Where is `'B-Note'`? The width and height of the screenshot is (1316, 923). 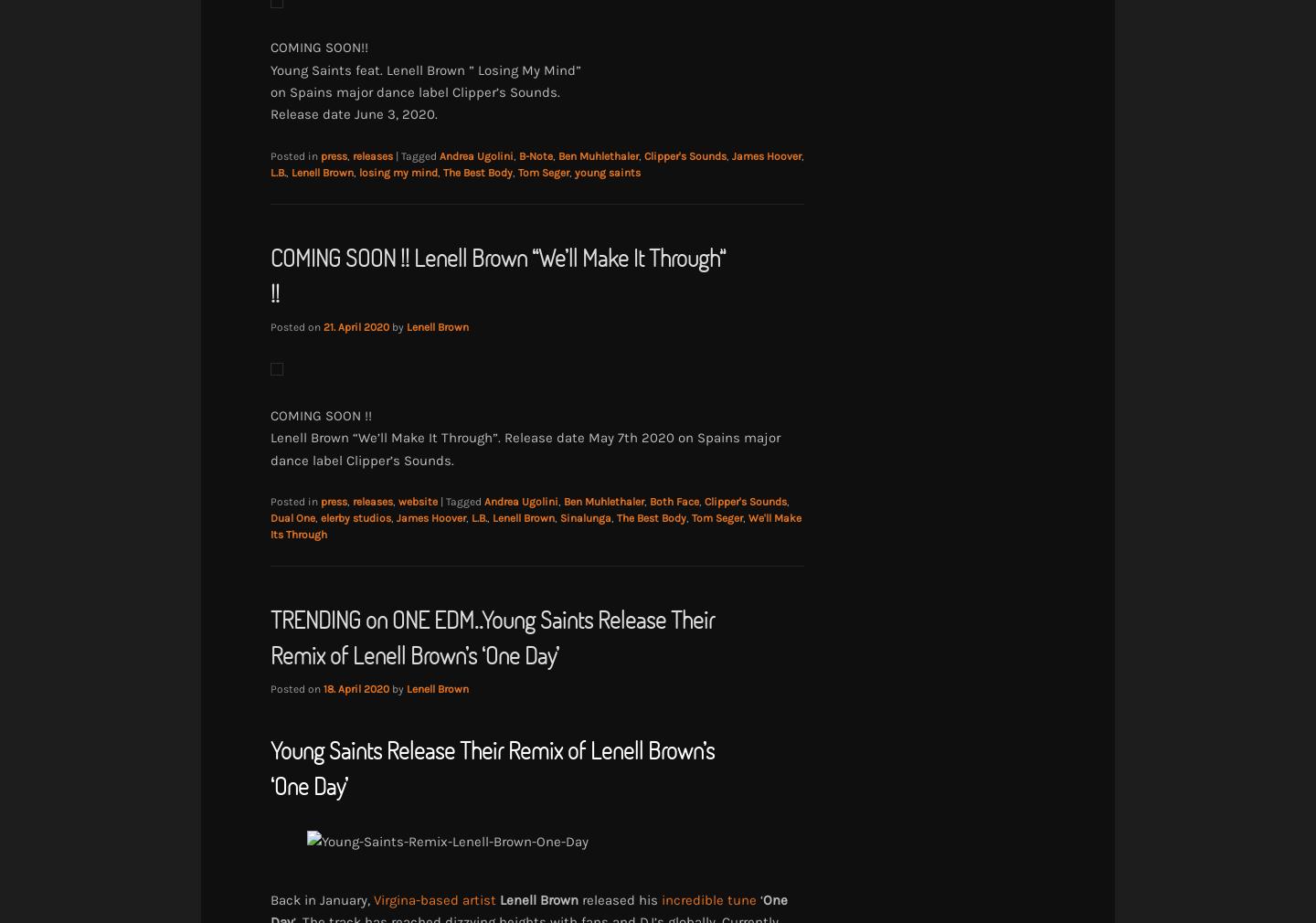
'B-Note' is located at coordinates (536, 154).